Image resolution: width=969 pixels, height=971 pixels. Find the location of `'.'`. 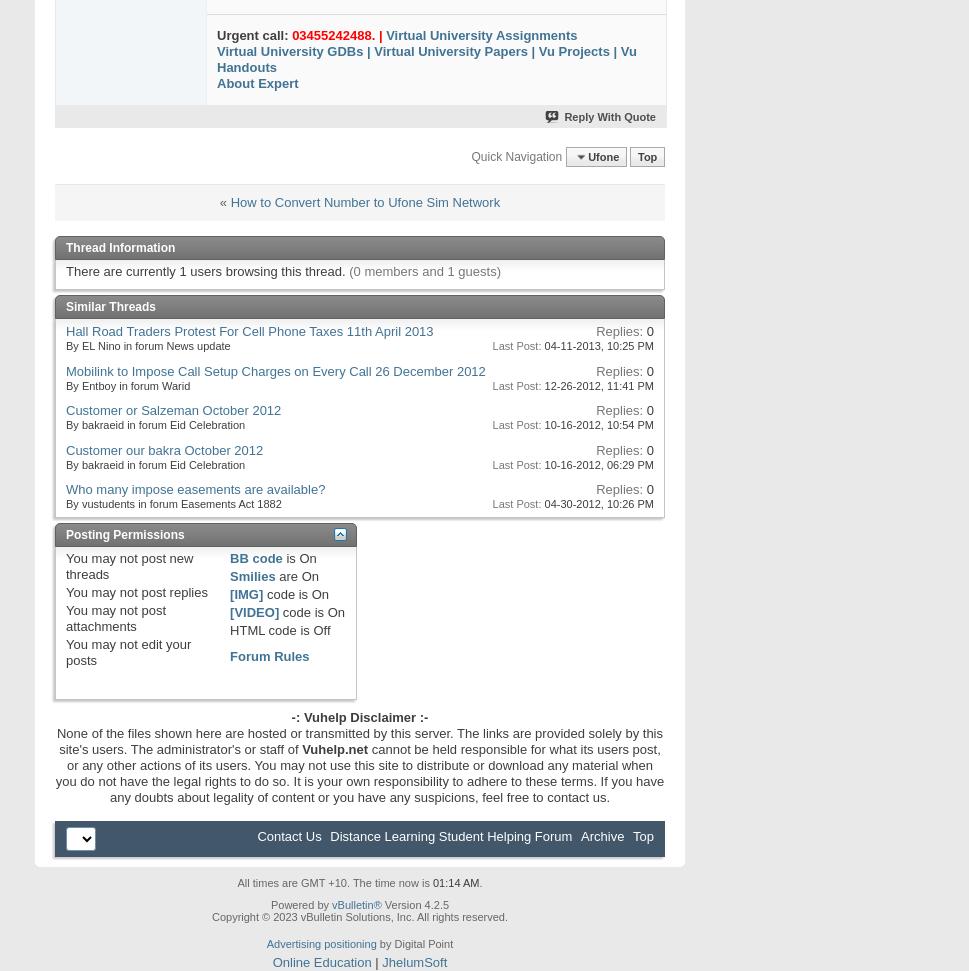

'.' is located at coordinates (480, 881).